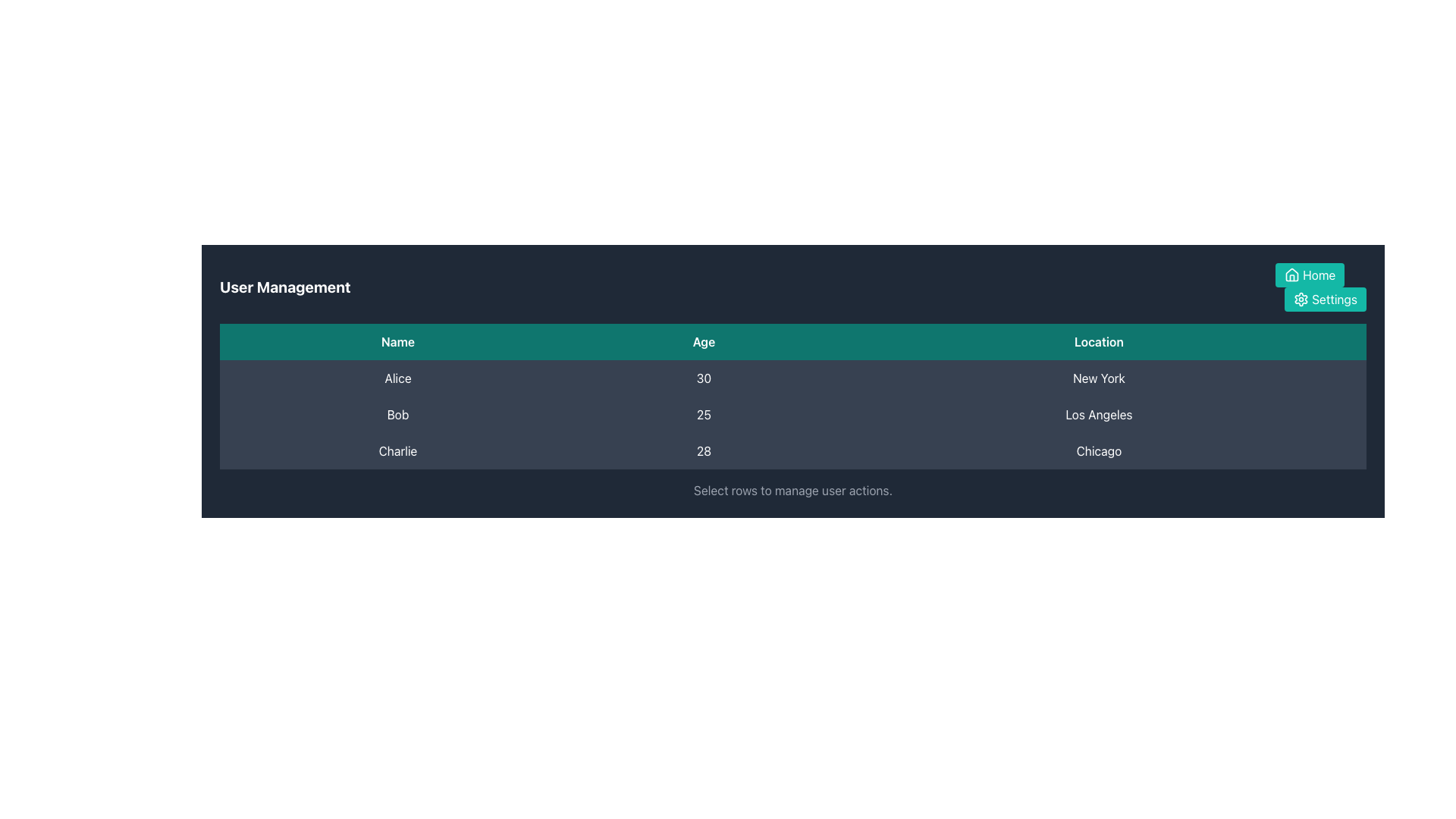 This screenshot has height=819, width=1456. What do you see at coordinates (397, 415) in the screenshot?
I see `the text label displaying 'Bob' located in the 'Name' column of the second row in the table layout` at bounding box center [397, 415].